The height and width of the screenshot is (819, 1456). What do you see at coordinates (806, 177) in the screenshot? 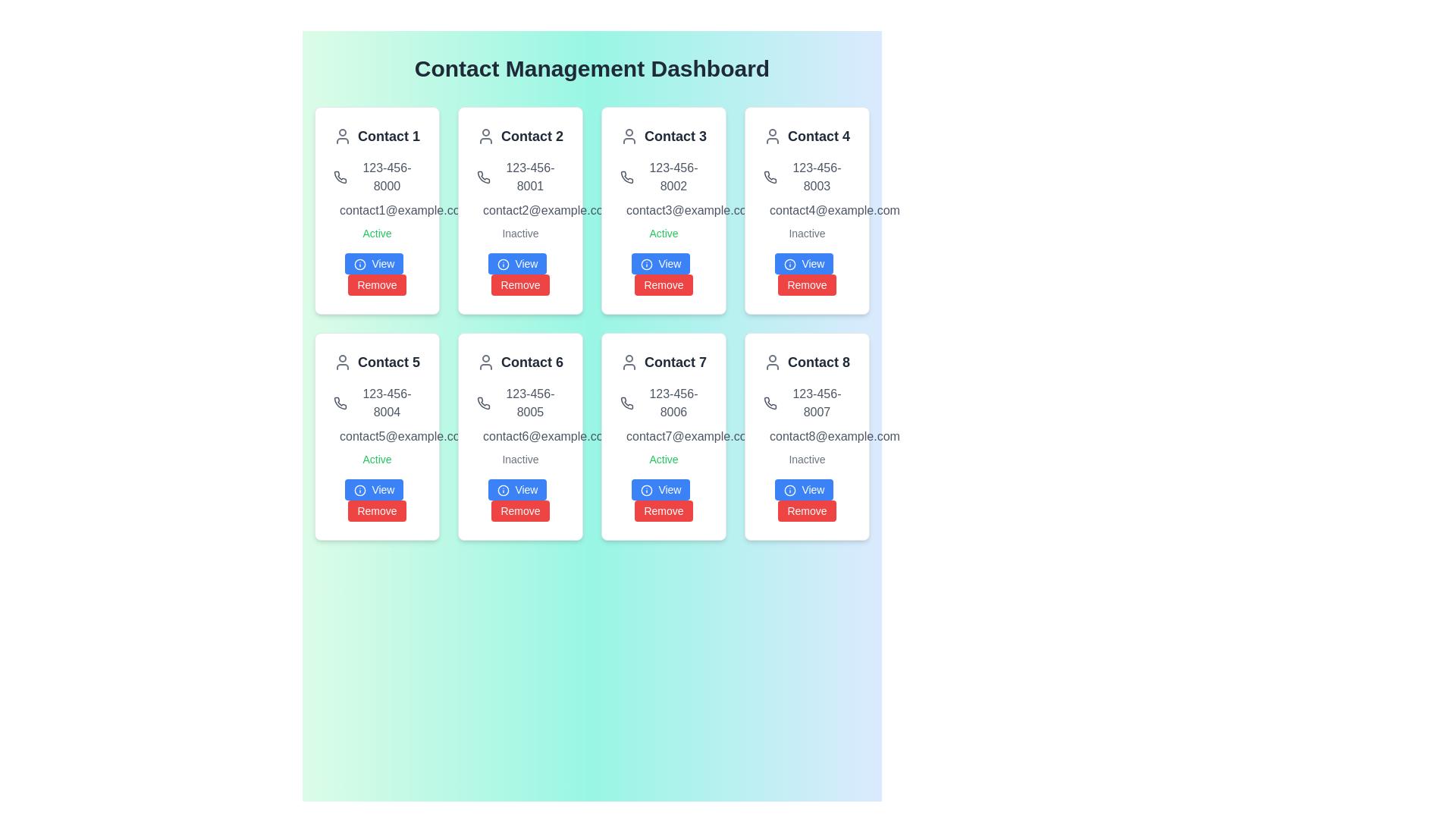
I see `the phone number displayed in gray color with a phone icon, located in the fourth contact card labeled 'Contact 4'` at bounding box center [806, 177].